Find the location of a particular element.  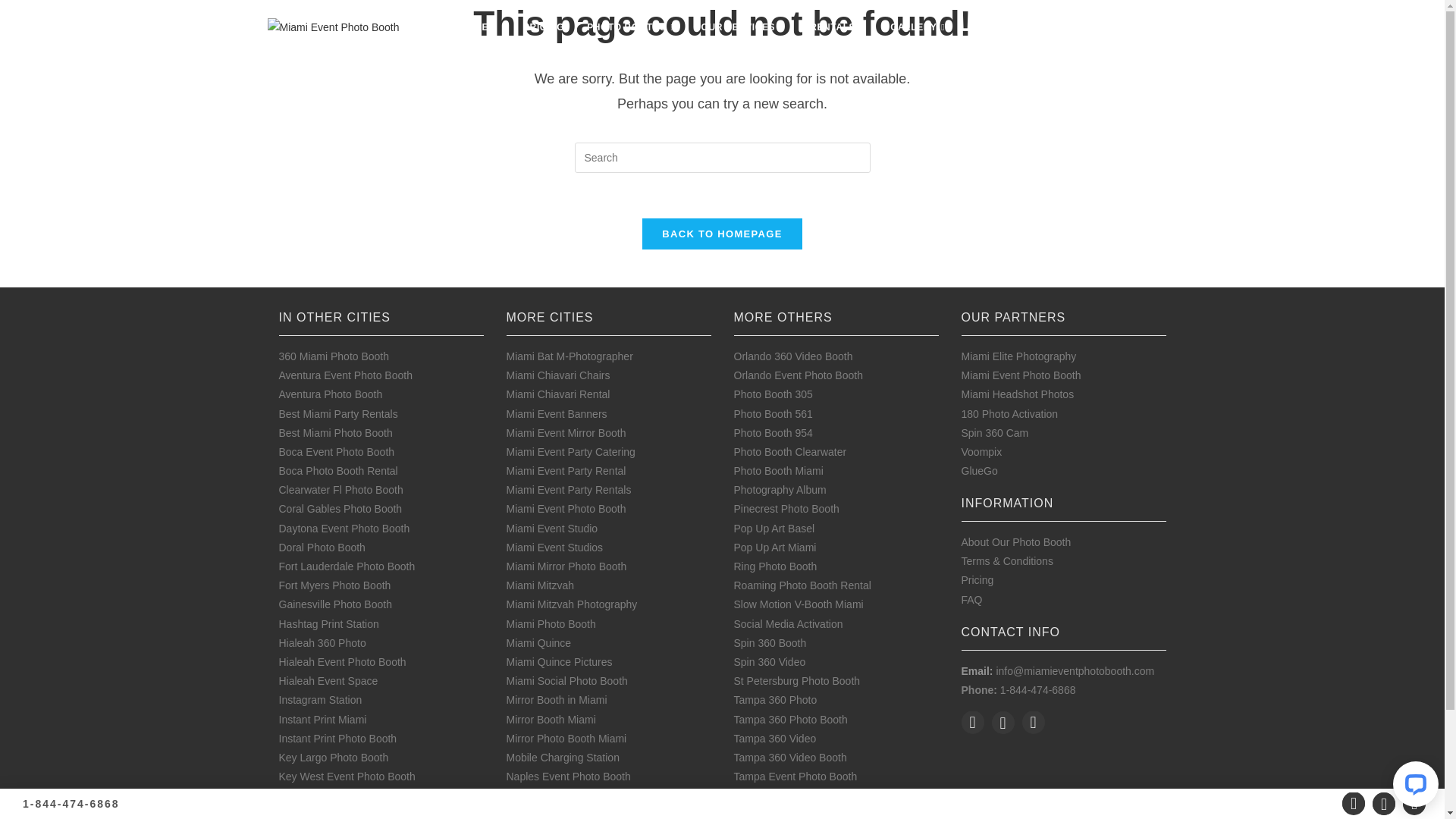

'Miami Event Party Rental' is located at coordinates (506, 470).